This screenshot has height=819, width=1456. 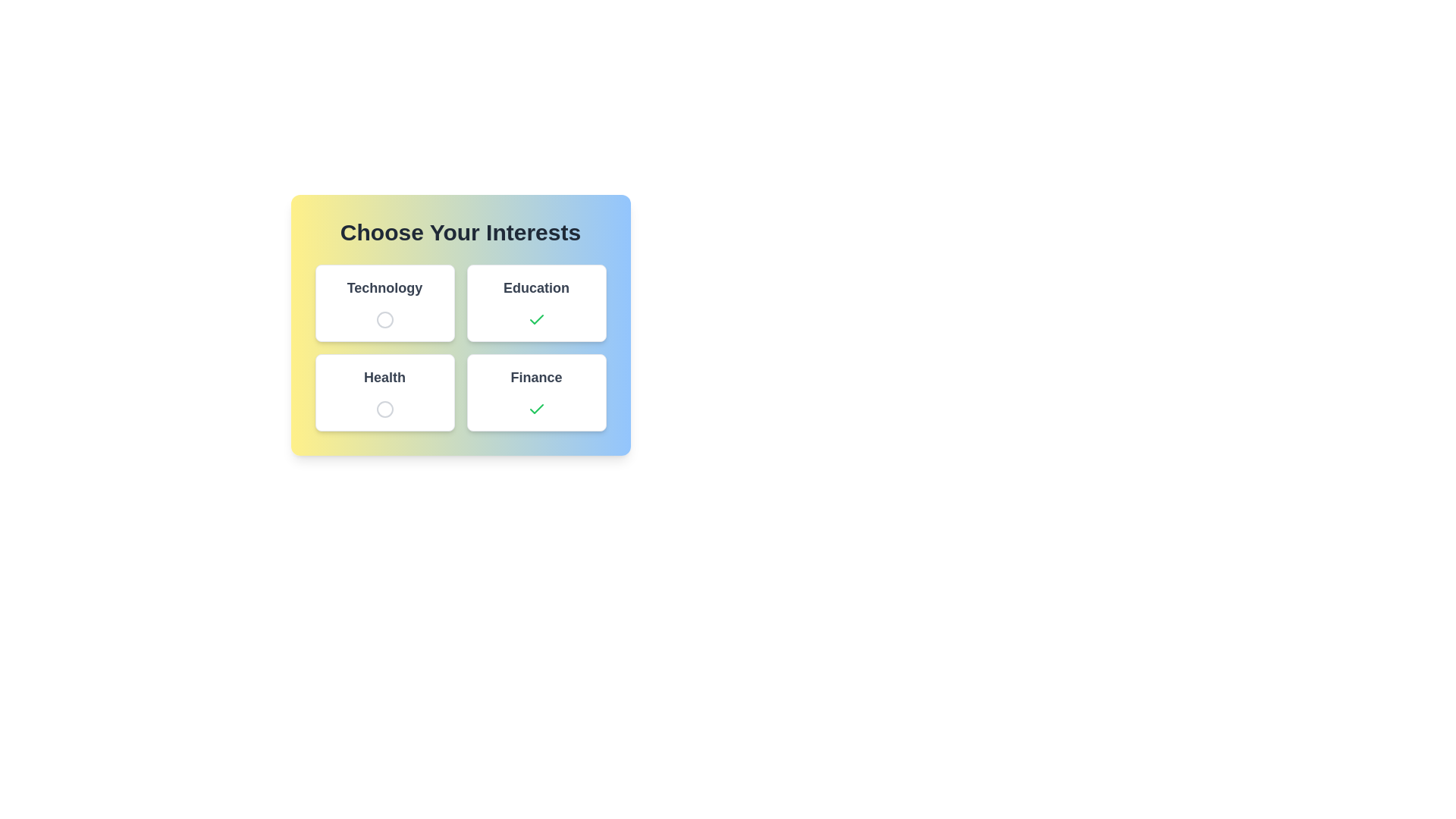 I want to click on the category button labeled Finance, so click(x=536, y=391).